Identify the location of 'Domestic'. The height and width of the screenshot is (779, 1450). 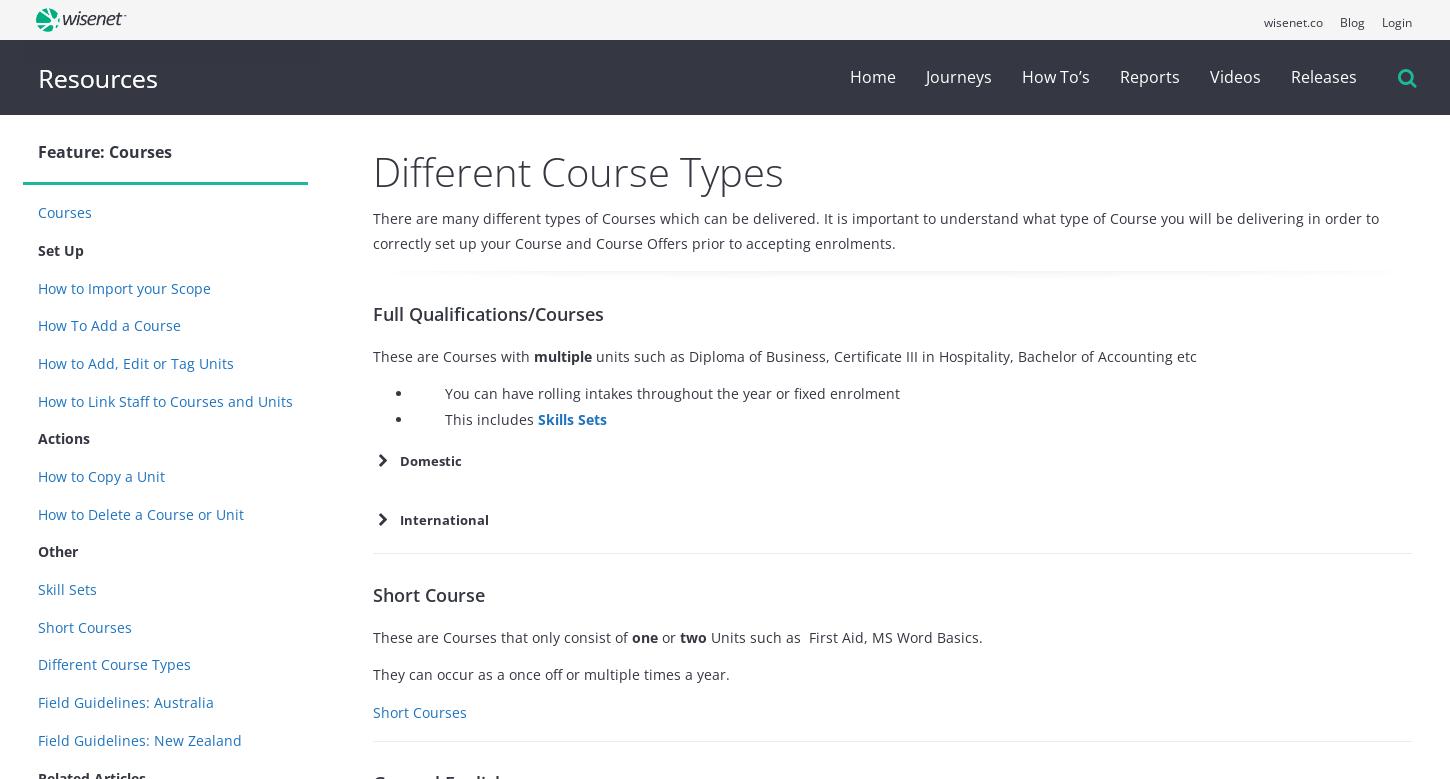
(429, 460).